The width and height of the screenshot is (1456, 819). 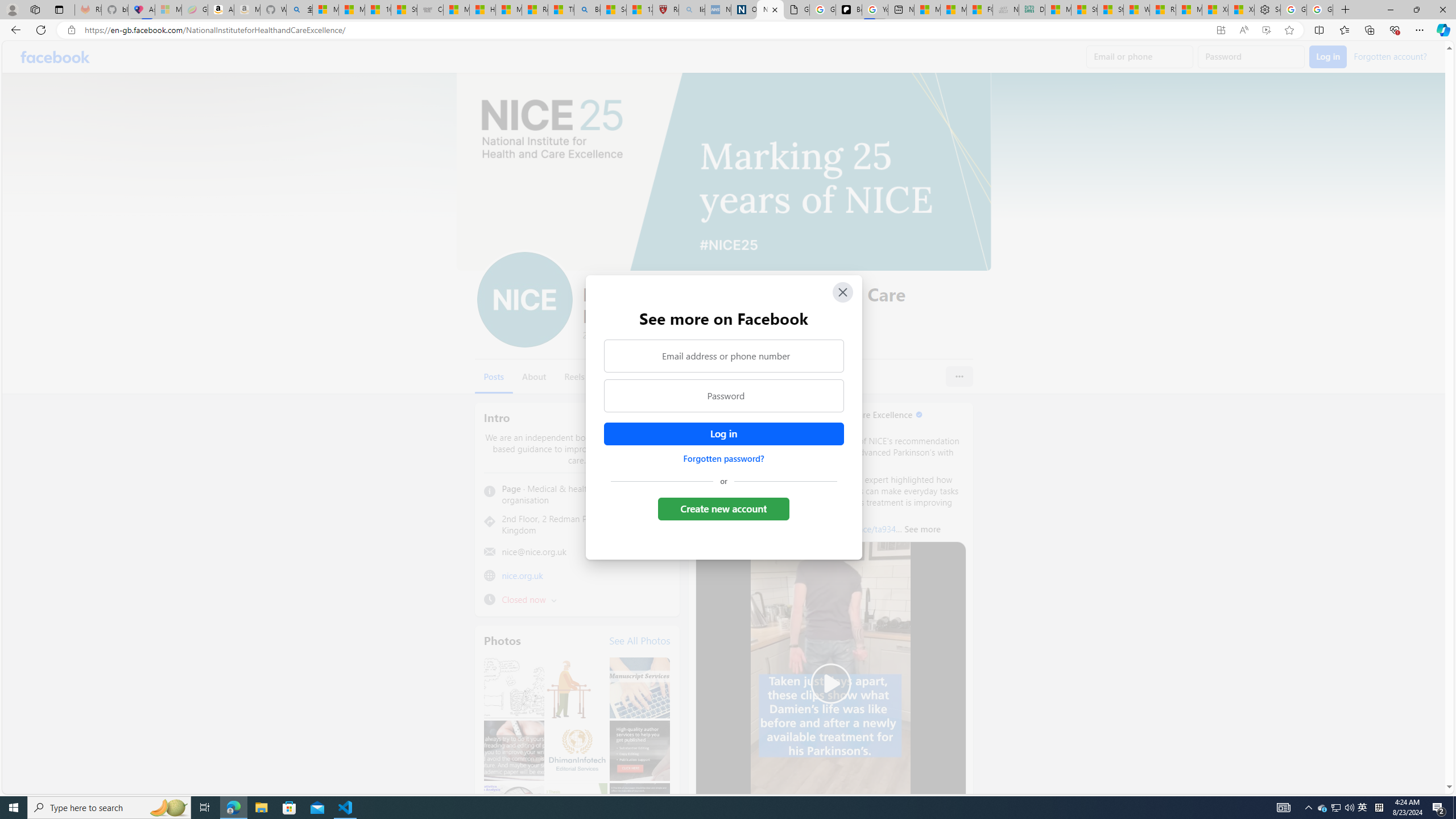 I want to click on 'Create new account', so click(x=723, y=508).